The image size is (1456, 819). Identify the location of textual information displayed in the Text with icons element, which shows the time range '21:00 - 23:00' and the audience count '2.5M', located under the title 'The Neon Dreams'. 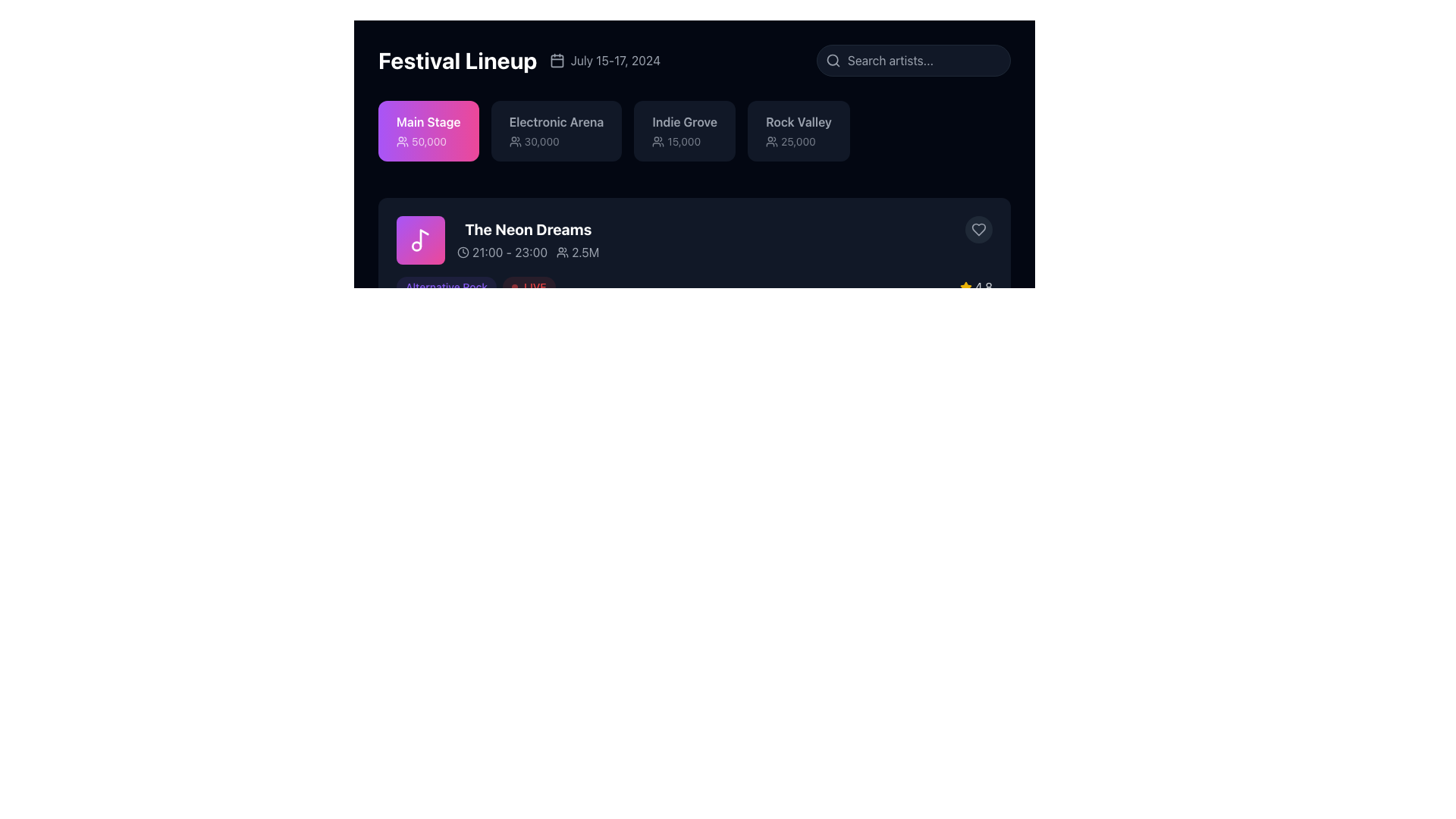
(528, 251).